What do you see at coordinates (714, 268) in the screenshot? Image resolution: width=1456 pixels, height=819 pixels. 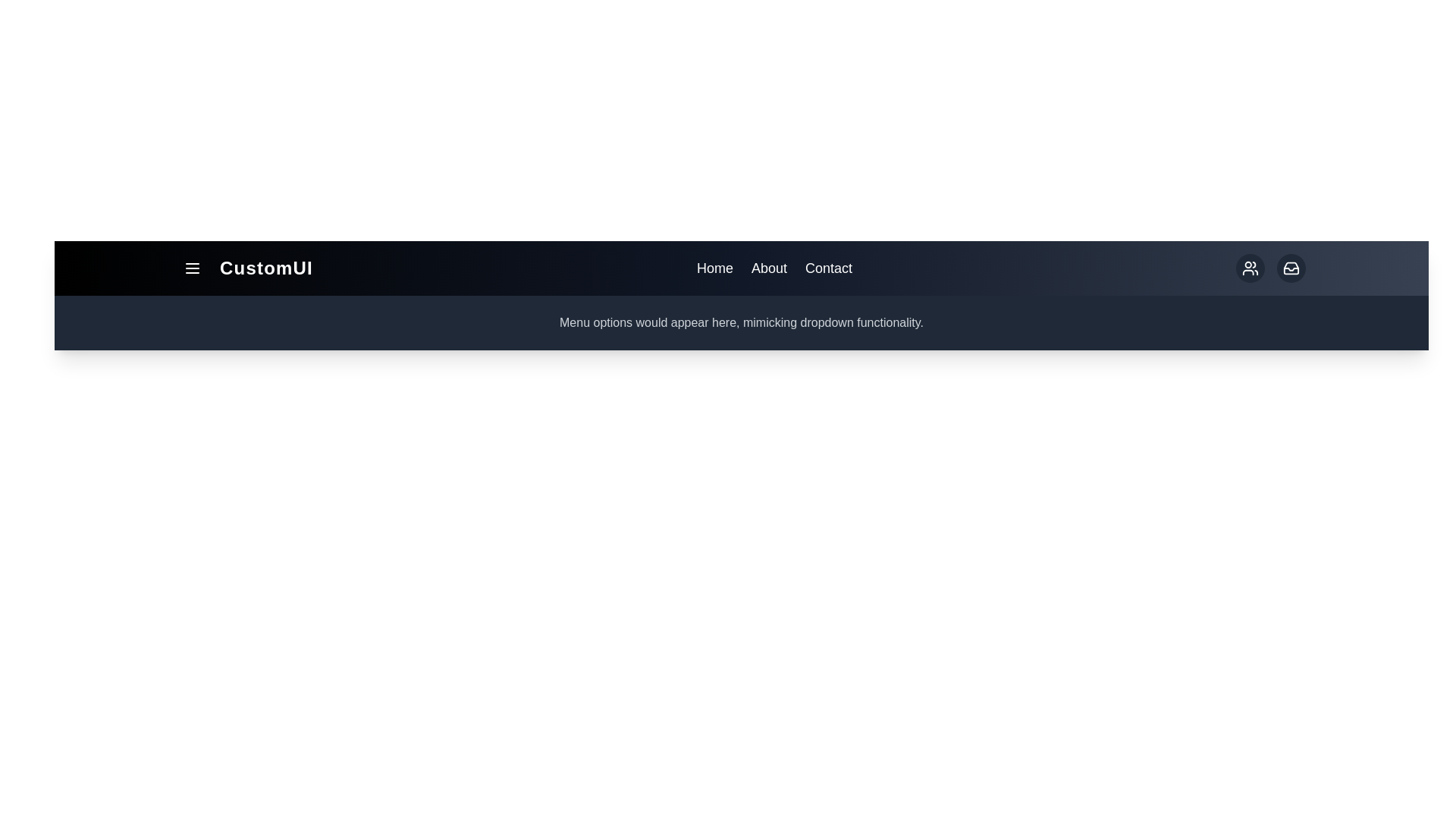 I see `the 'Home' link in the navigation bar` at bounding box center [714, 268].